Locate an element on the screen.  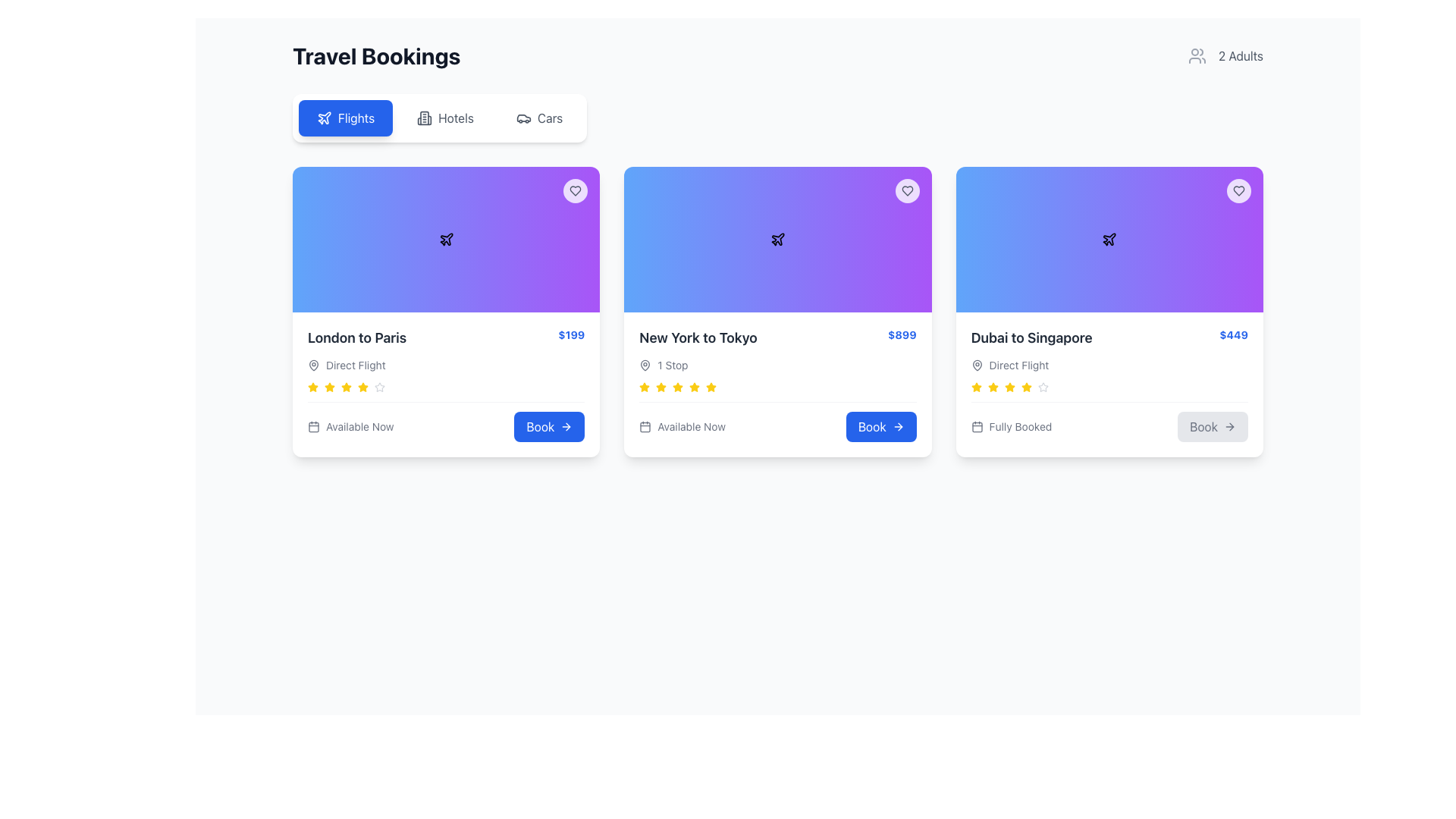
availability status from the text label with an accompanying icon located in the bottom-left corner of the panel for 'London to Paris', above the 'Book' button is located at coordinates (350, 427).